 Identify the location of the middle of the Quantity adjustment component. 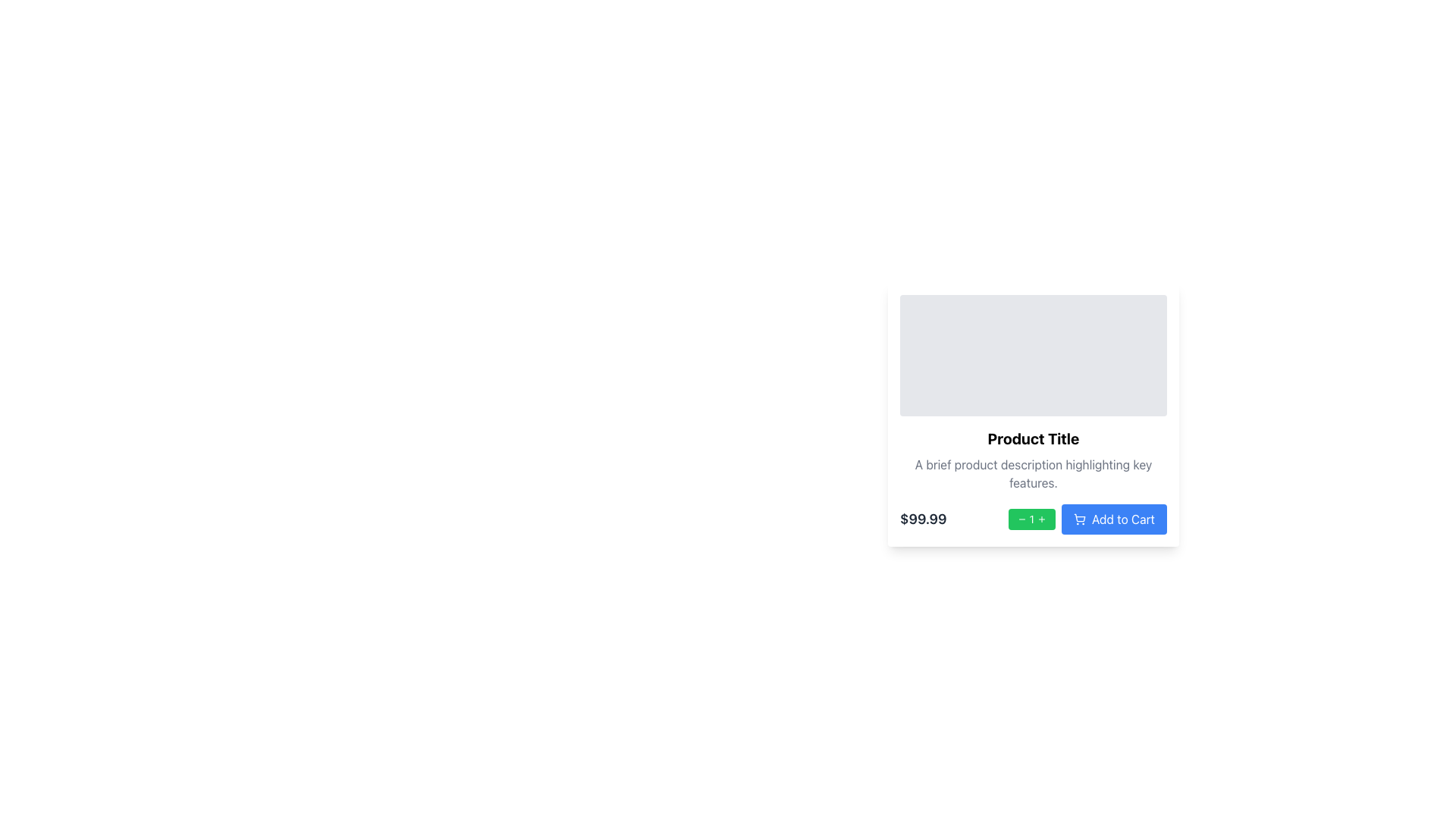
(1033, 519).